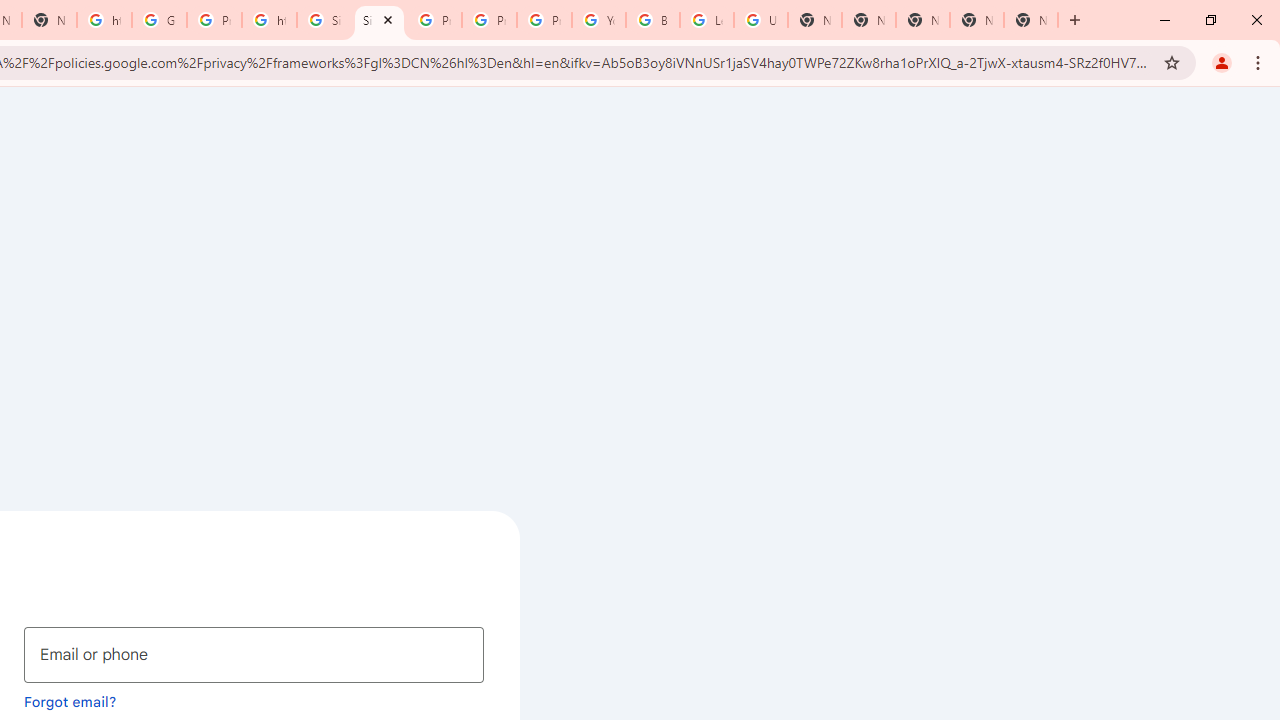 This screenshot has width=1280, height=720. What do you see at coordinates (598, 20) in the screenshot?
I see `'YouTube'` at bounding box center [598, 20].